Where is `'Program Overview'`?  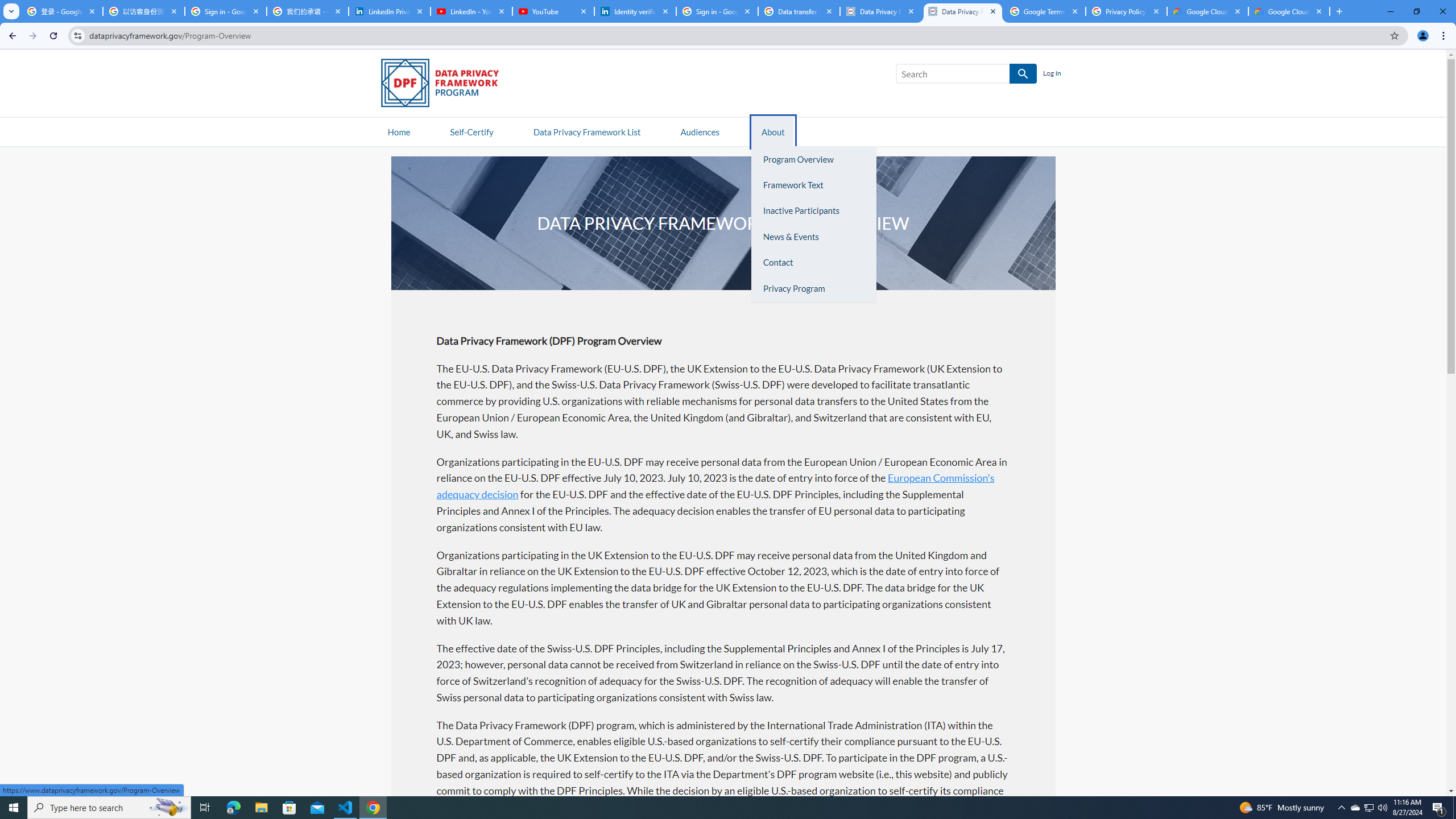 'Program Overview' is located at coordinates (813, 159).